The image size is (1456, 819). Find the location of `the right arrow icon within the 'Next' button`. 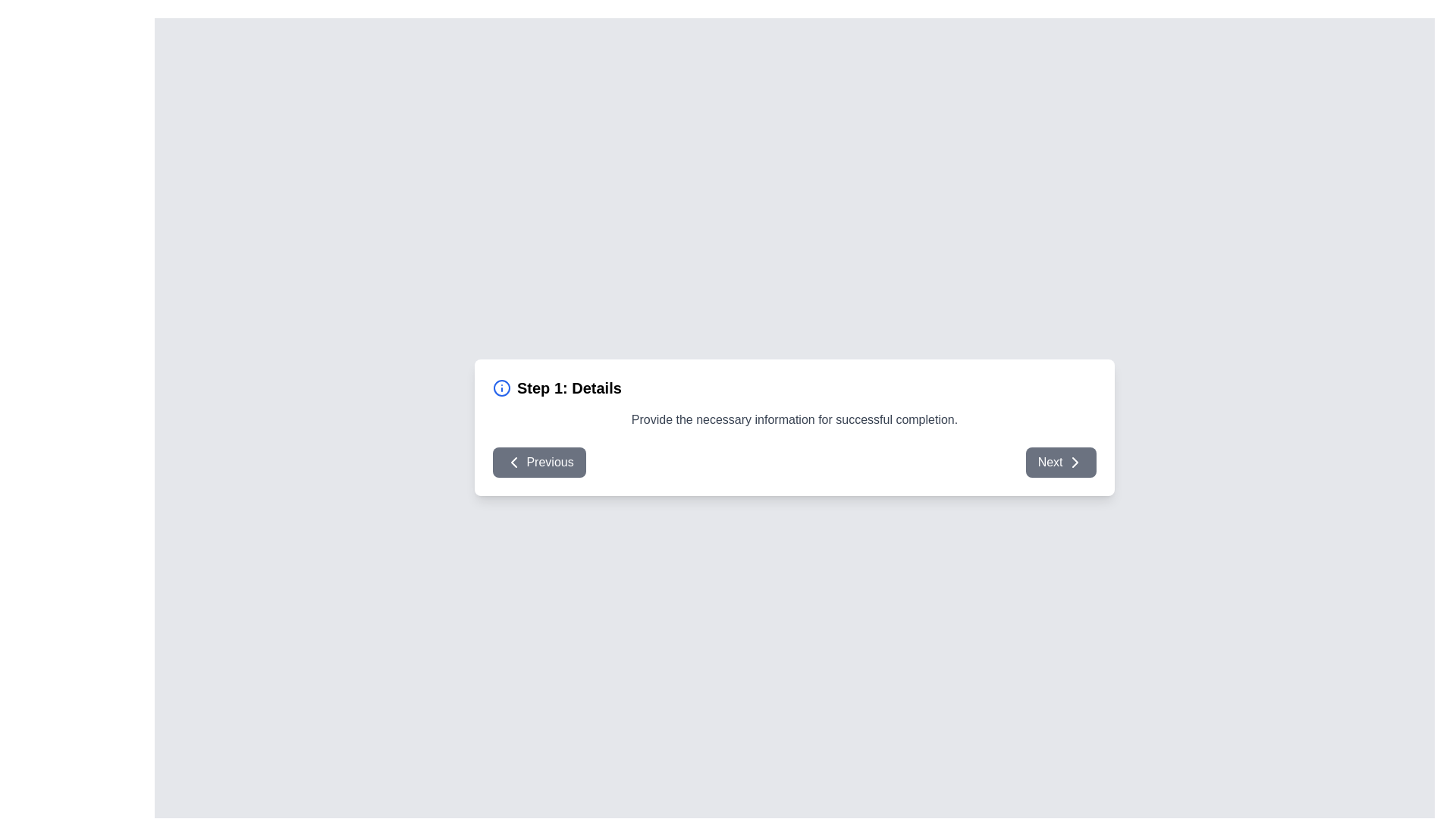

the right arrow icon within the 'Next' button is located at coordinates (1074, 461).